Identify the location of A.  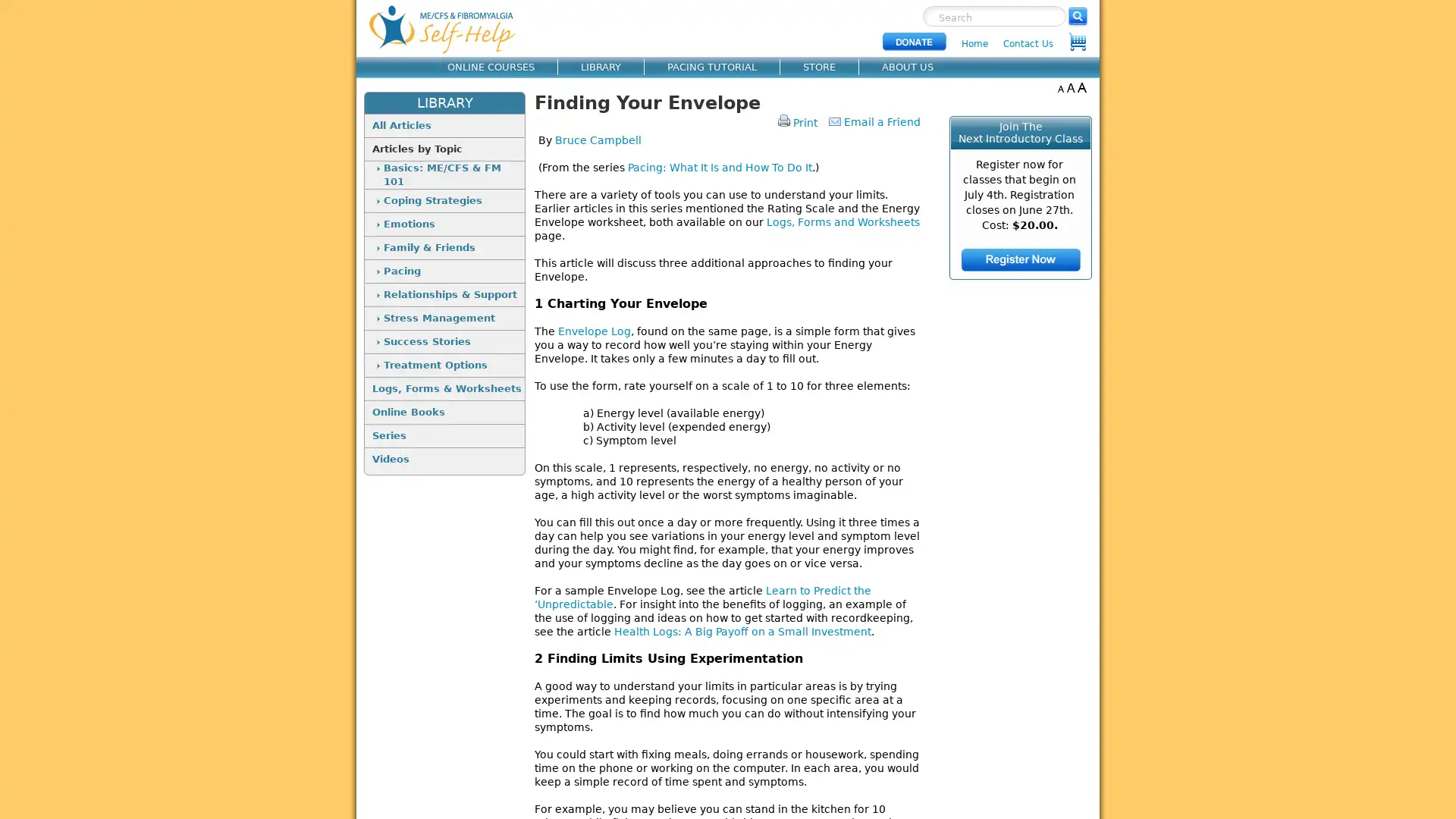
(1081, 87).